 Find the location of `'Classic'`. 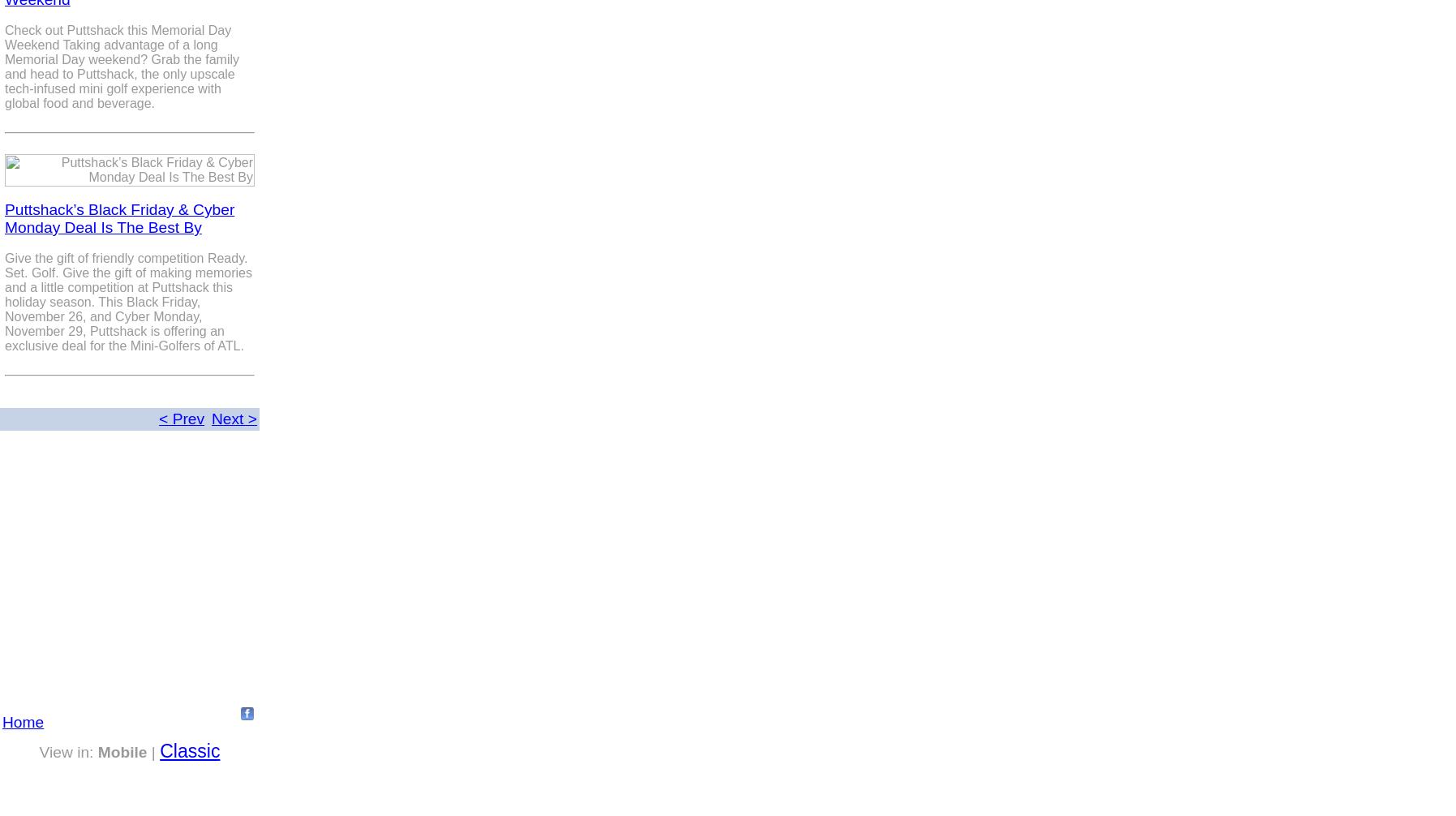

'Classic' is located at coordinates (189, 750).